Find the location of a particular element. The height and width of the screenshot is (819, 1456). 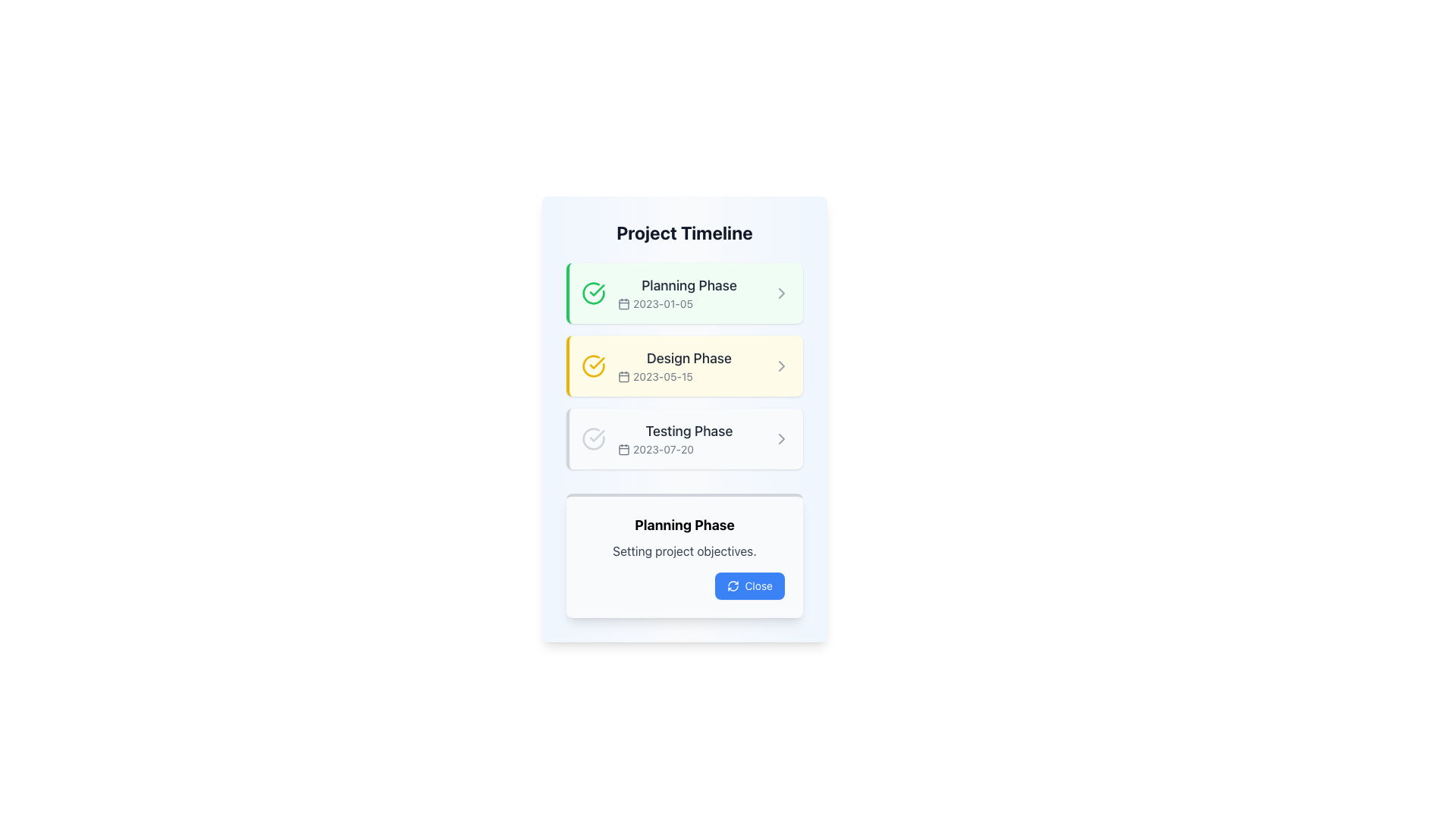

the second right-pointing chevron arrow icon located in the 'Design Phase' row under the 'Project Timeline' section is located at coordinates (782, 366).